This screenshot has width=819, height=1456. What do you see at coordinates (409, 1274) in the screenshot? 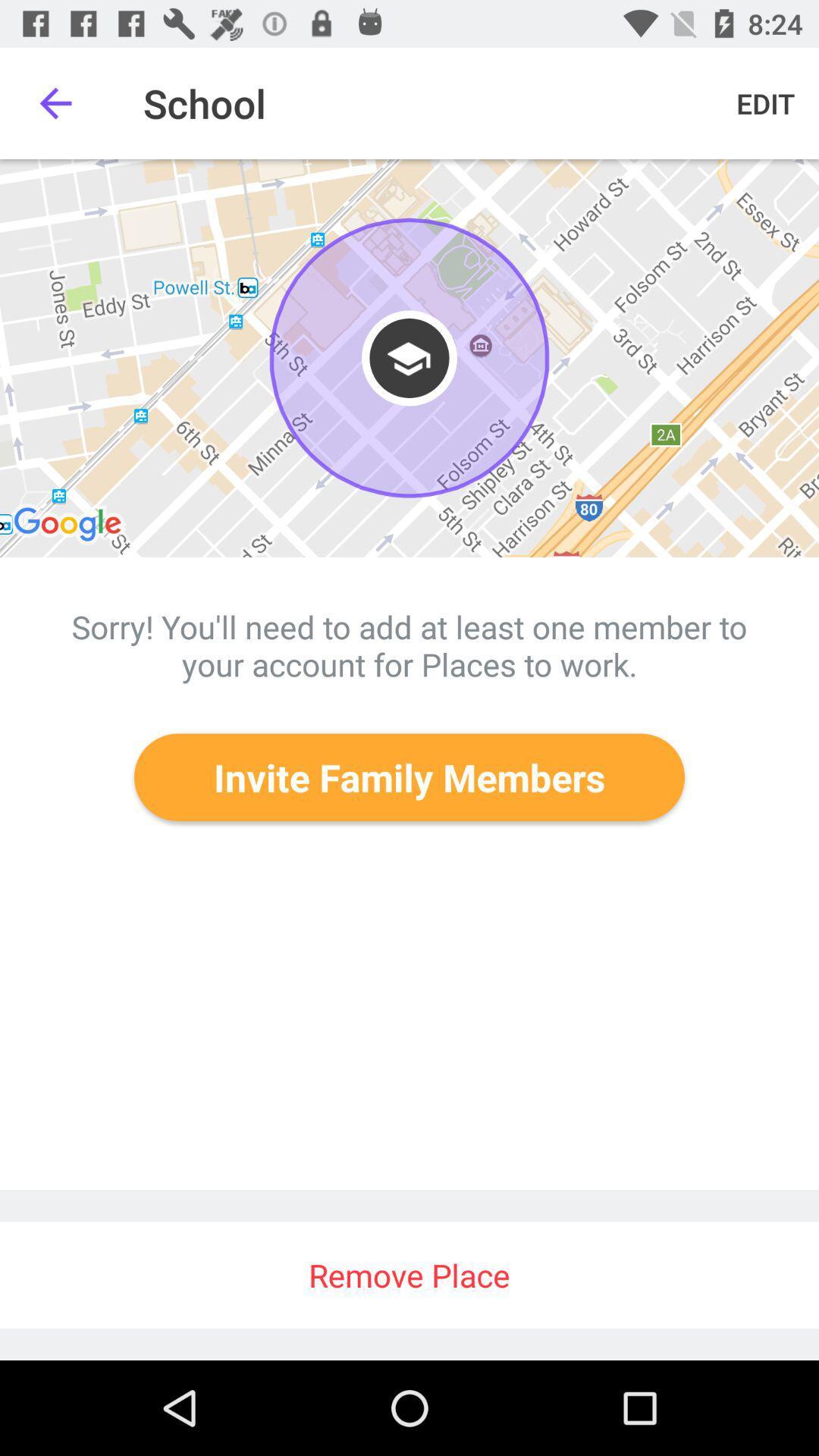
I see `remove place icon` at bounding box center [409, 1274].